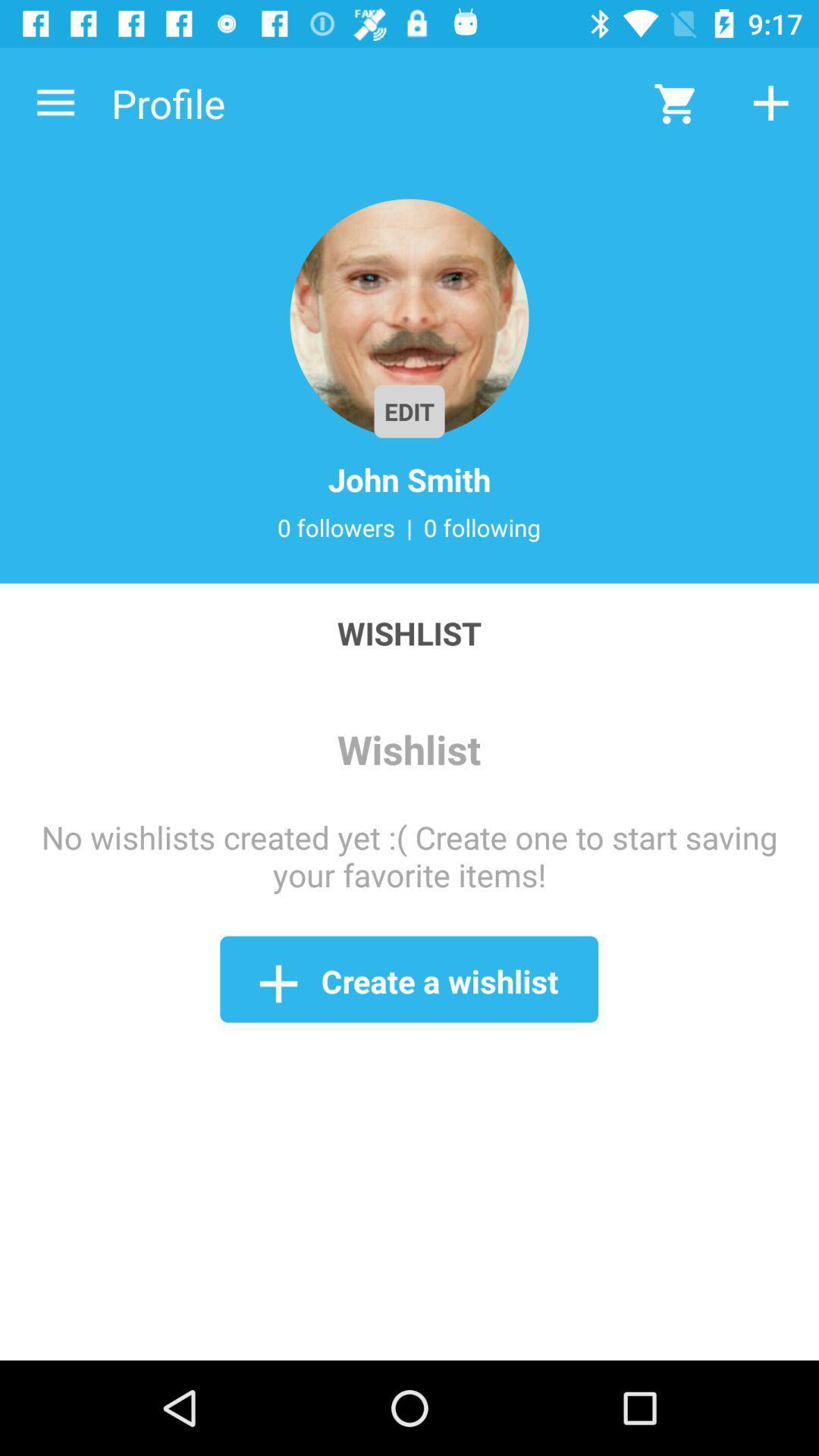 The width and height of the screenshot is (819, 1456). What do you see at coordinates (409, 527) in the screenshot?
I see `icon below the john smith` at bounding box center [409, 527].